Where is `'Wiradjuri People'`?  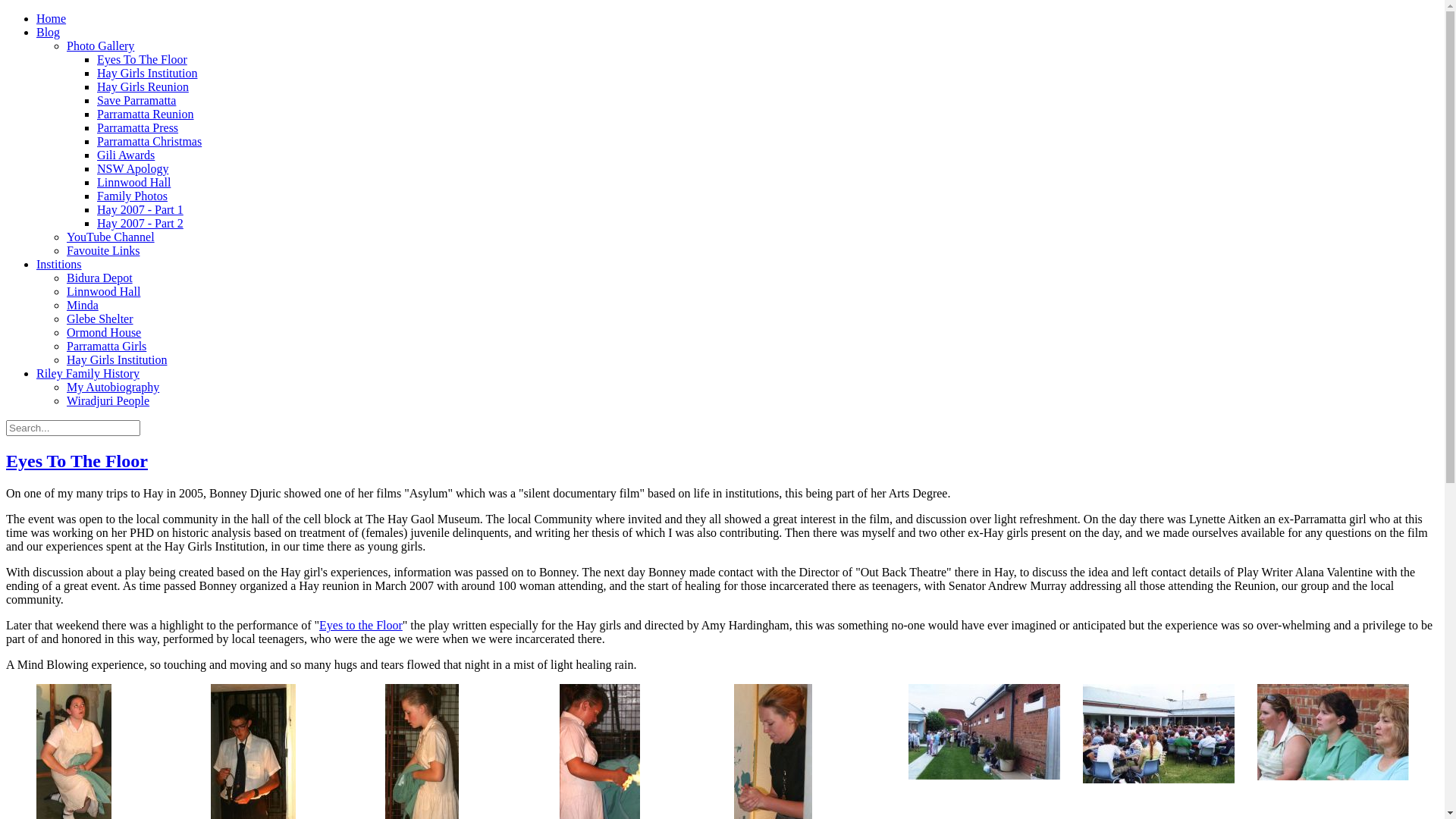
'Wiradjuri People' is located at coordinates (107, 400).